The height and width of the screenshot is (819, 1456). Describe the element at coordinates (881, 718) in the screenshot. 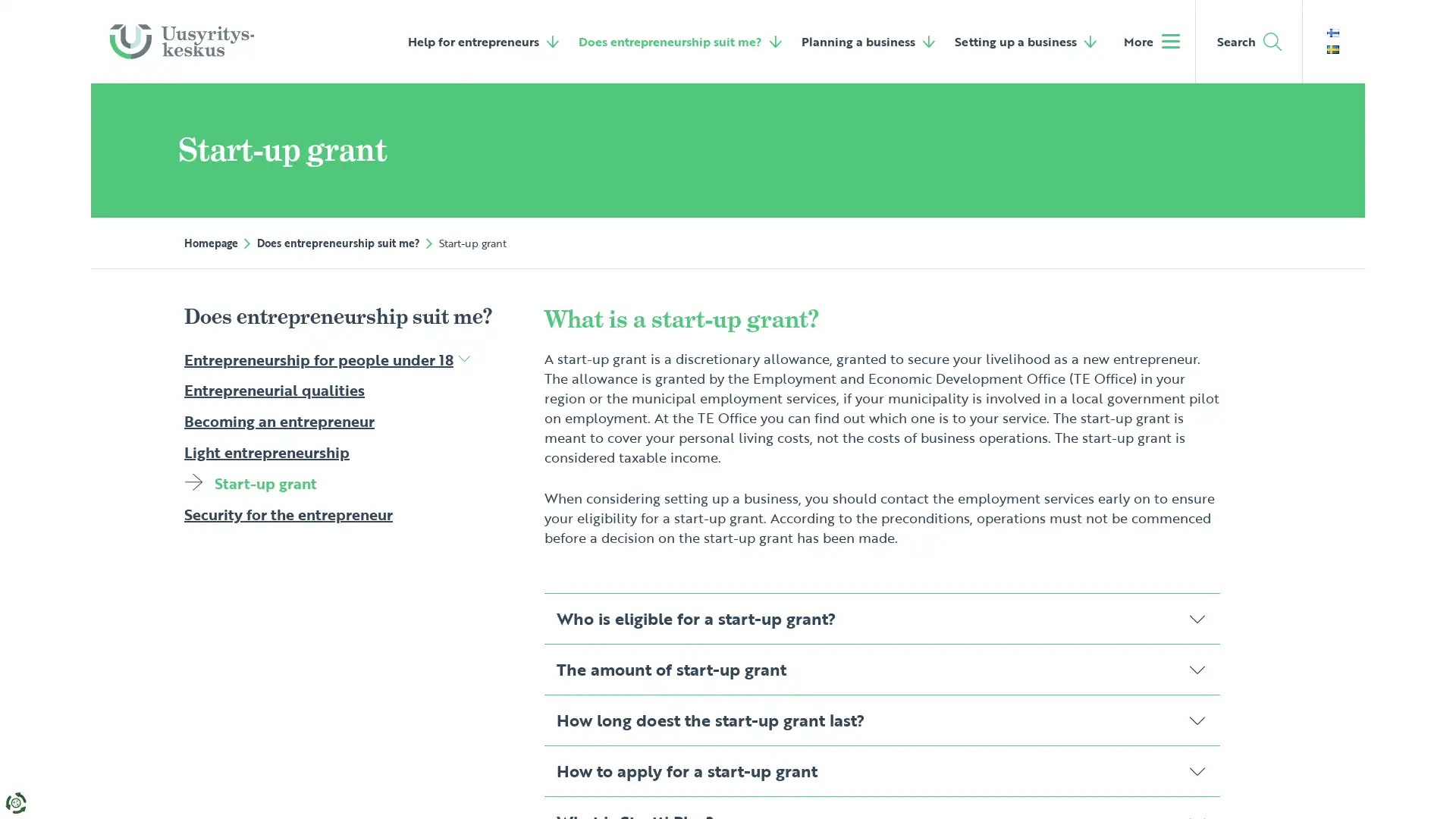

I see `How long doest the start-up grant last?` at that location.